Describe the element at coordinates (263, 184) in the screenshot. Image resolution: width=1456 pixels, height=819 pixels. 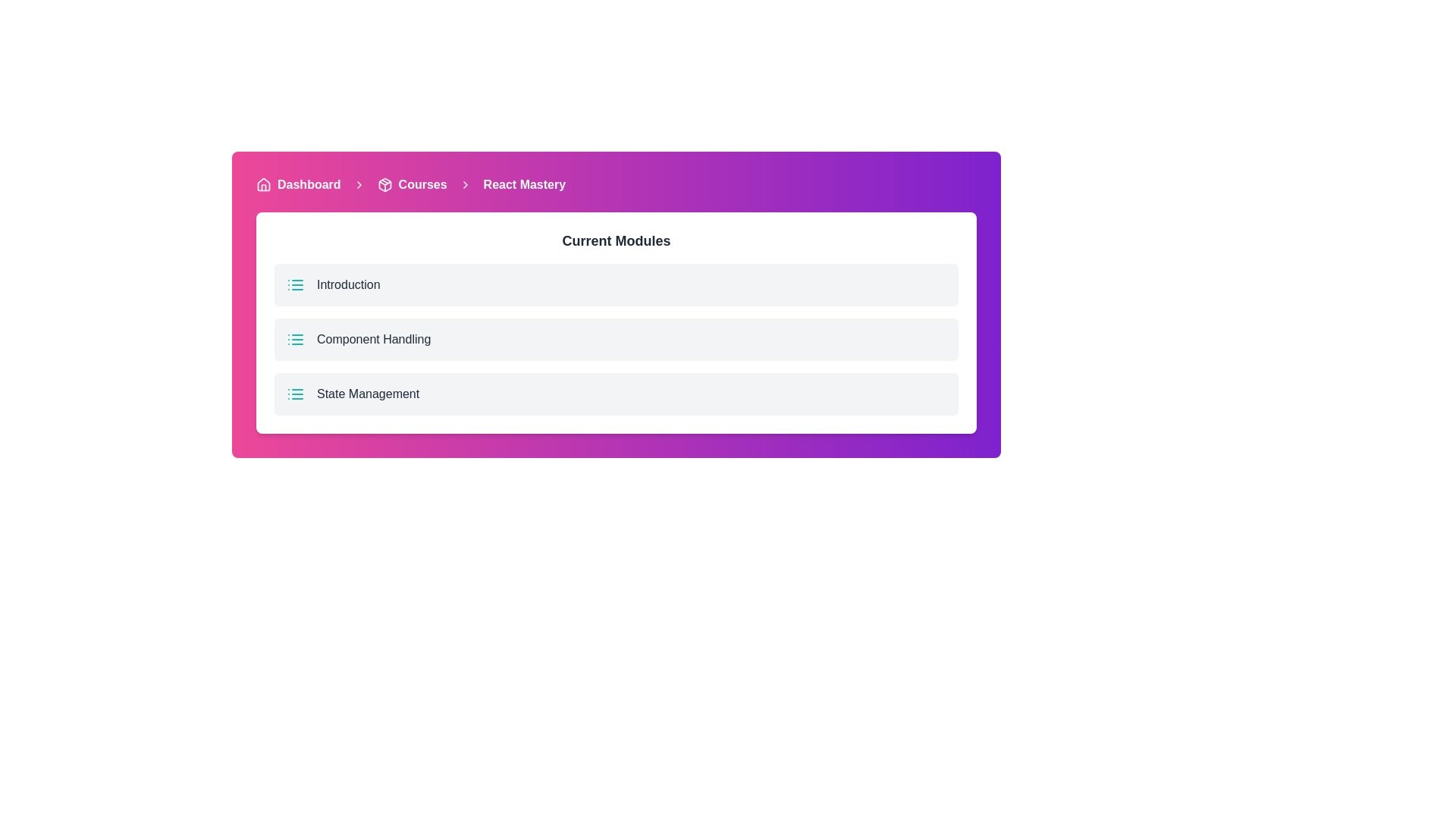
I see `the house icon located to the left of the 'Dashboard' text` at that location.